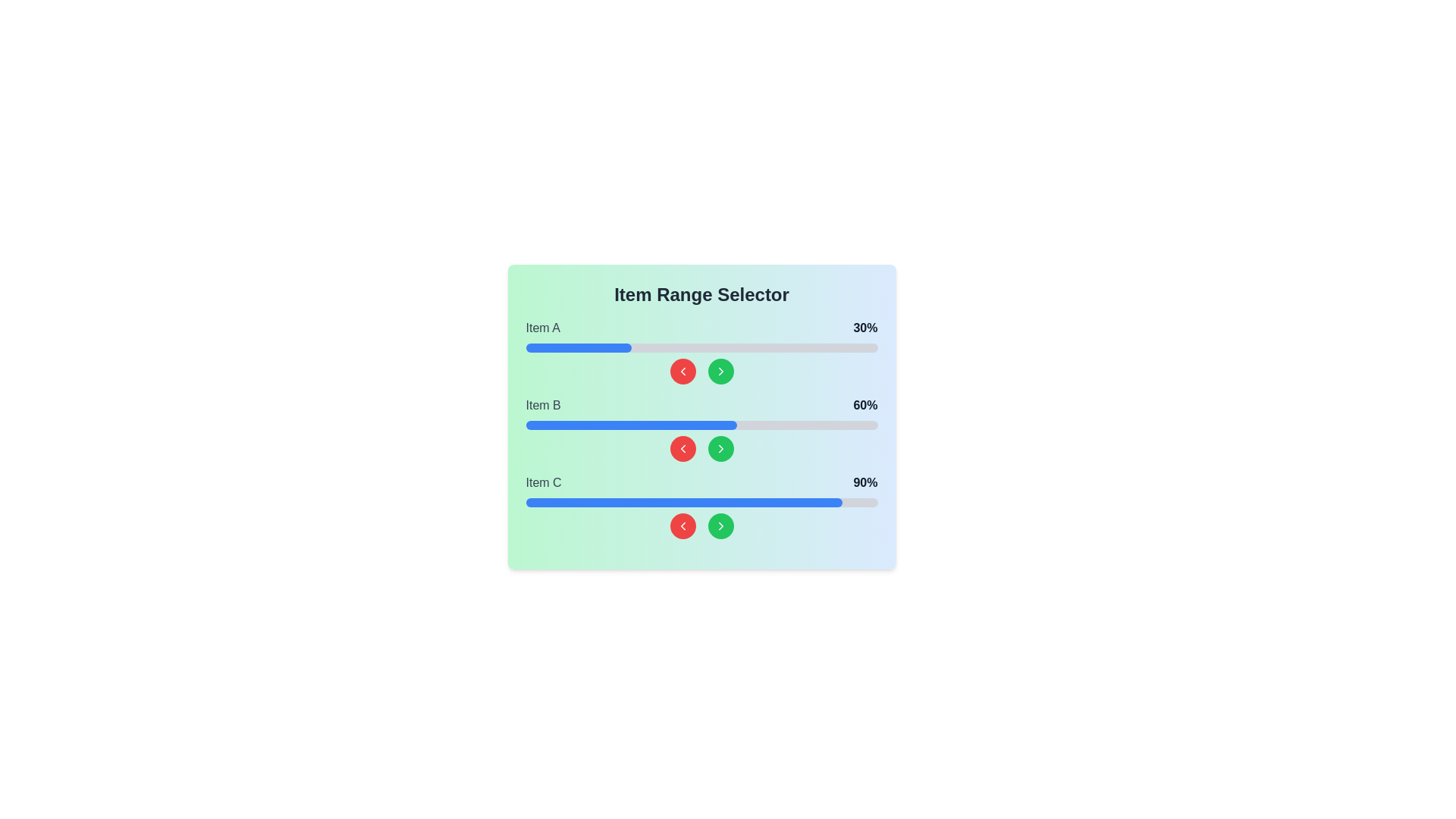 The image size is (1456, 819). What do you see at coordinates (720, 526) in the screenshot?
I see `the chevron icon which signifies a forward action for navigating or incrementing 'Item C', located to the right of the green circular button at the bottom section of the panel` at bounding box center [720, 526].